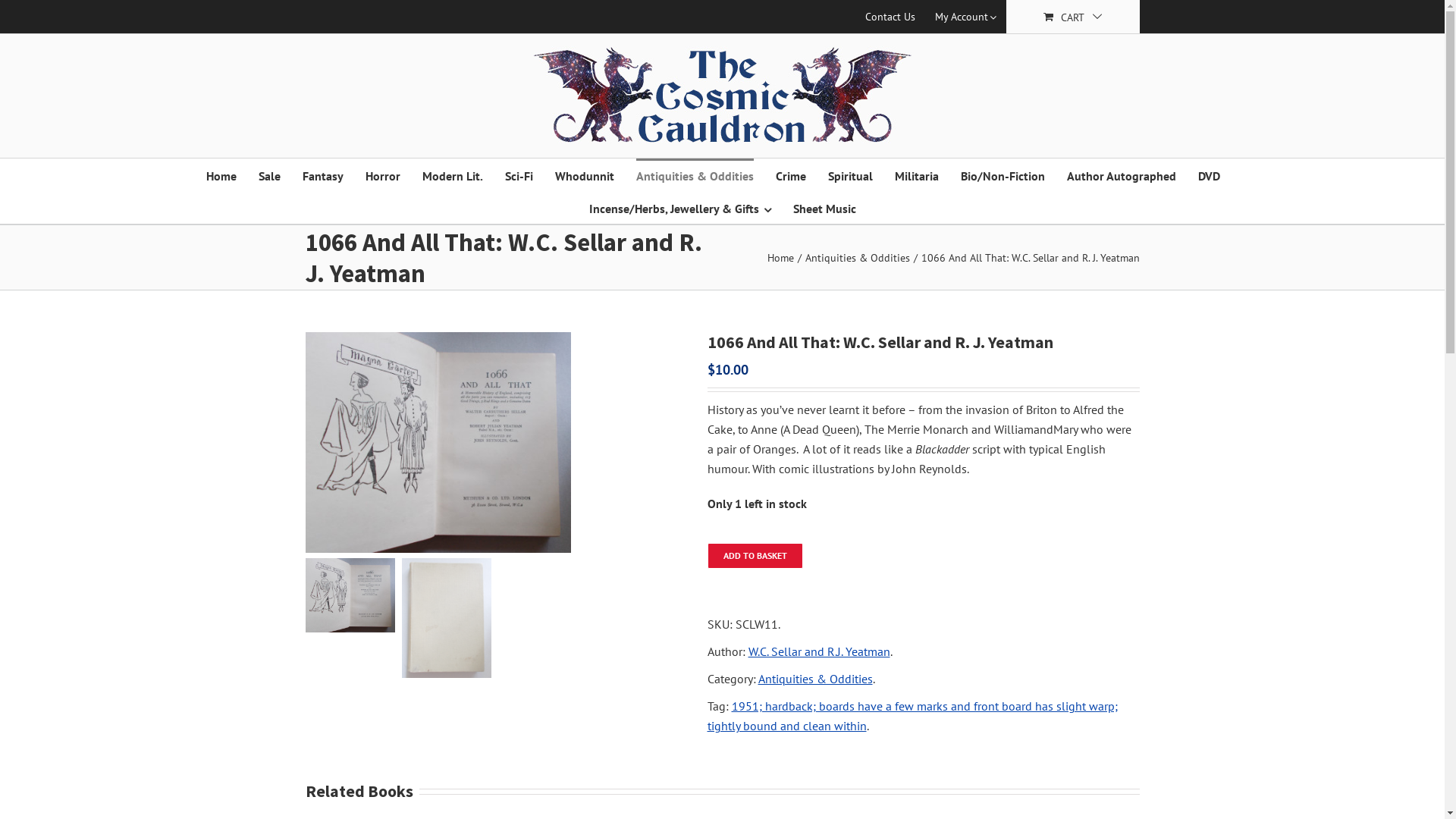 Image resolution: width=1456 pixels, height=819 pixels. I want to click on 'DVD', so click(1208, 174).